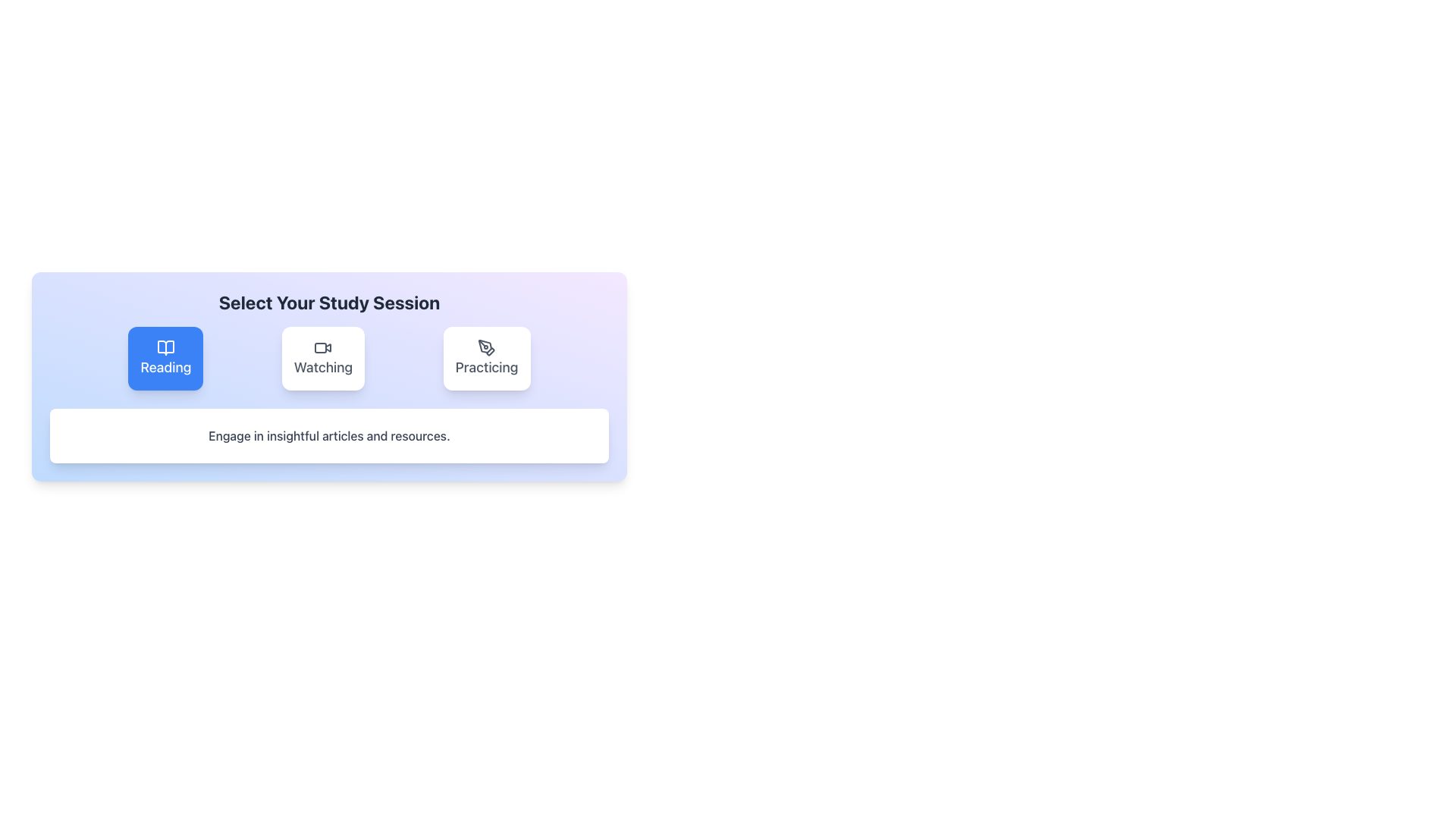 The width and height of the screenshot is (1456, 819). What do you see at coordinates (328, 359) in the screenshot?
I see `the 'Watching' button, which is a square button with rounded corners, featuring a white background and gray text, to trigger its hover effects` at bounding box center [328, 359].